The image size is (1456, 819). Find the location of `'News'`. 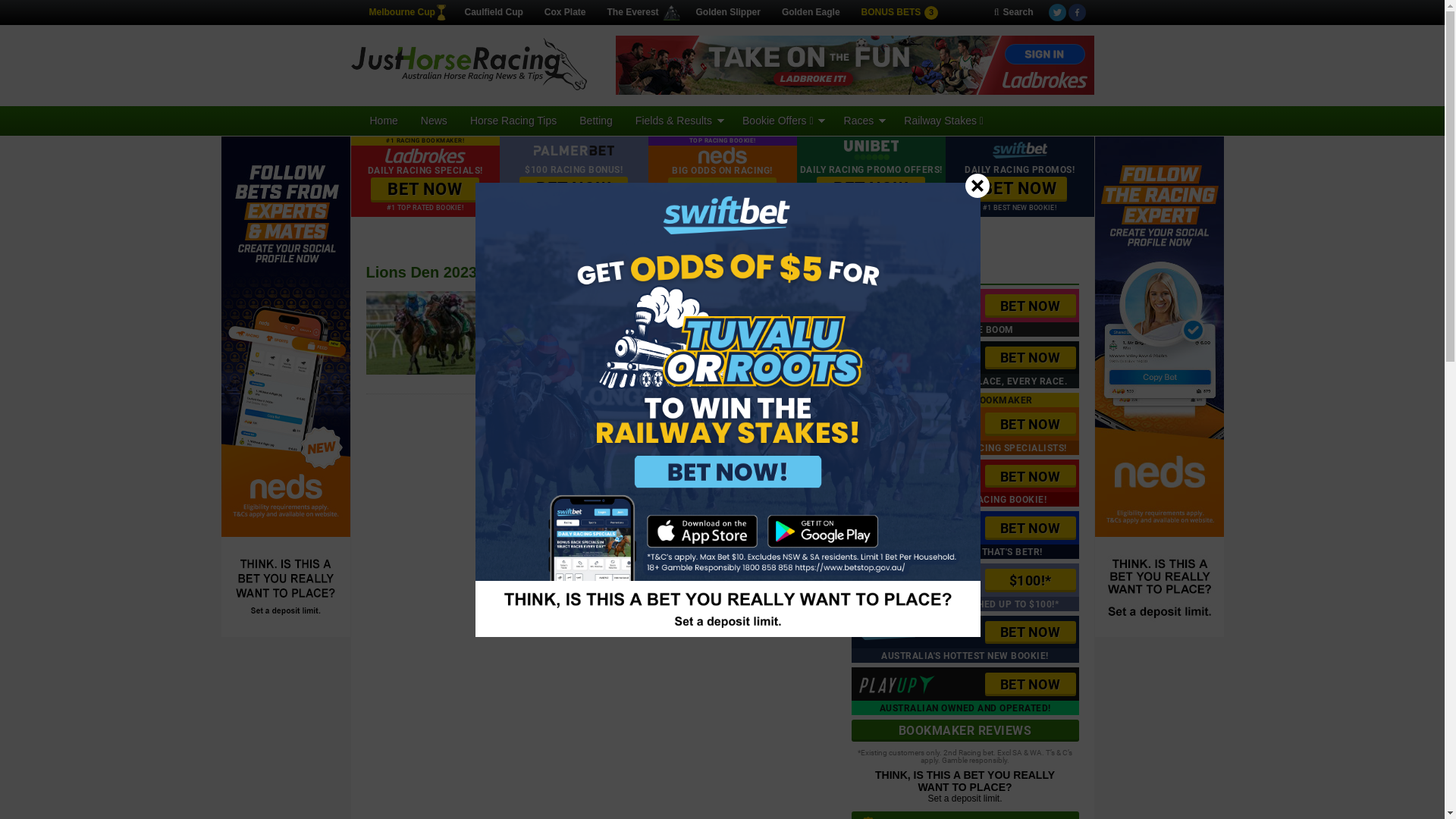

'News' is located at coordinates (433, 119).